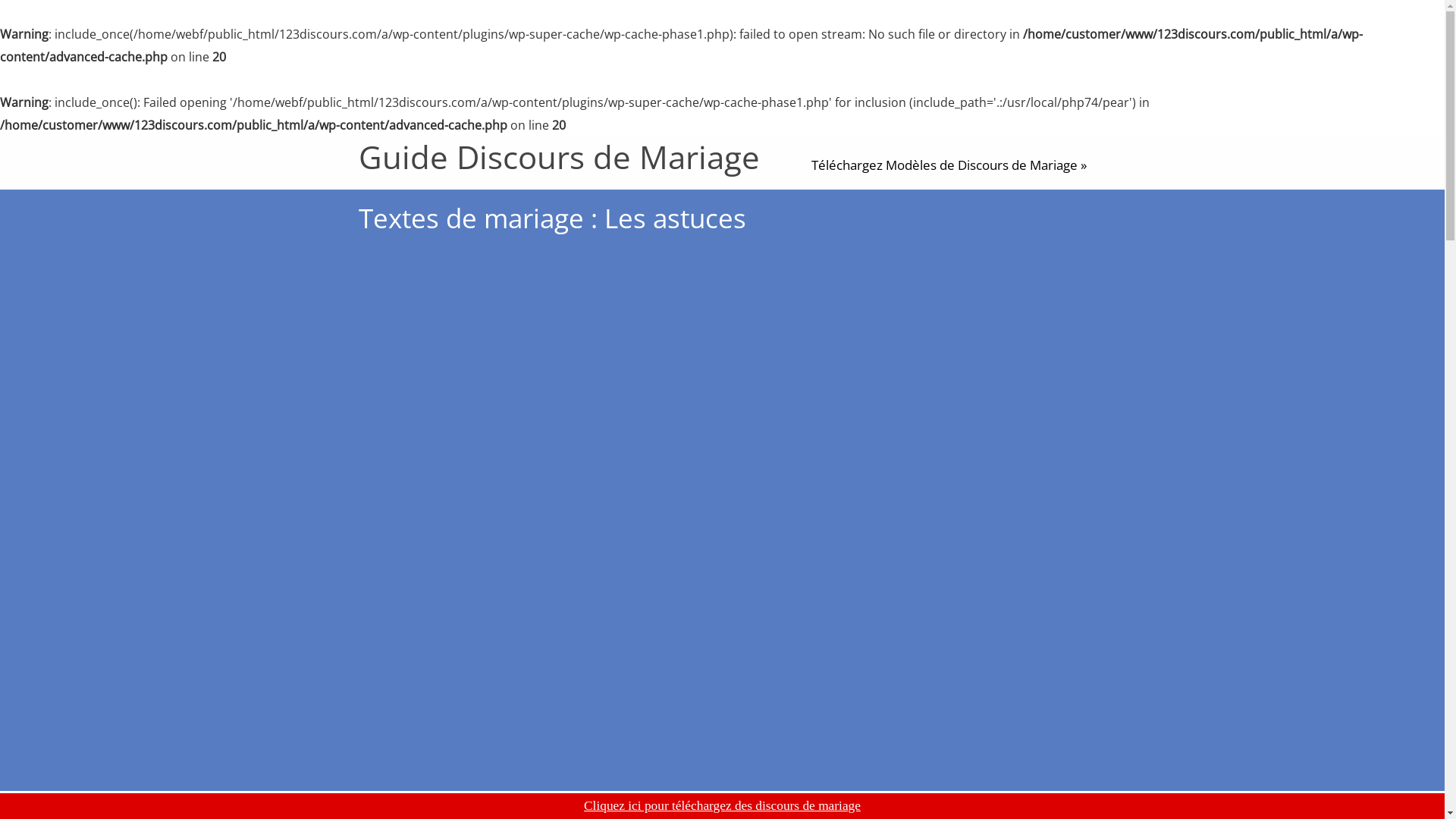  Describe the element at coordinates (557, 157) in the screenshot. I see `'Guide Discours de Mariage'` at that location.